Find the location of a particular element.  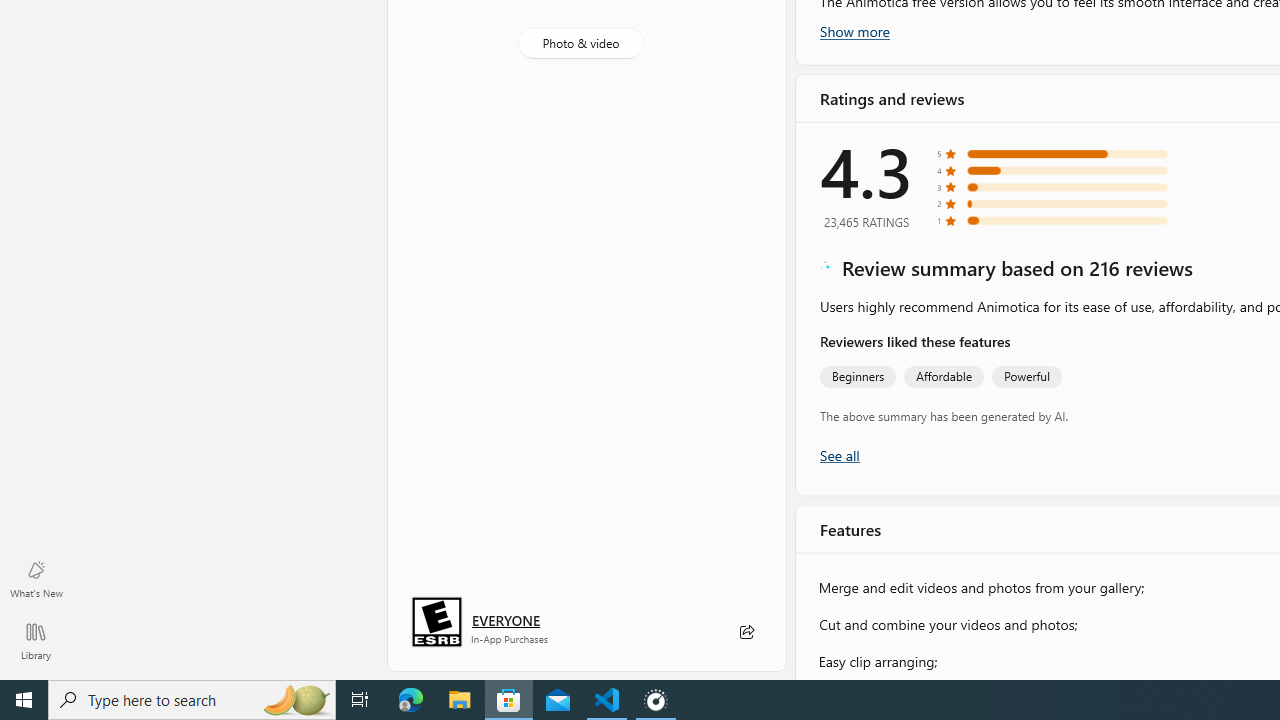

'Share' is located at coordinates (745, 632).